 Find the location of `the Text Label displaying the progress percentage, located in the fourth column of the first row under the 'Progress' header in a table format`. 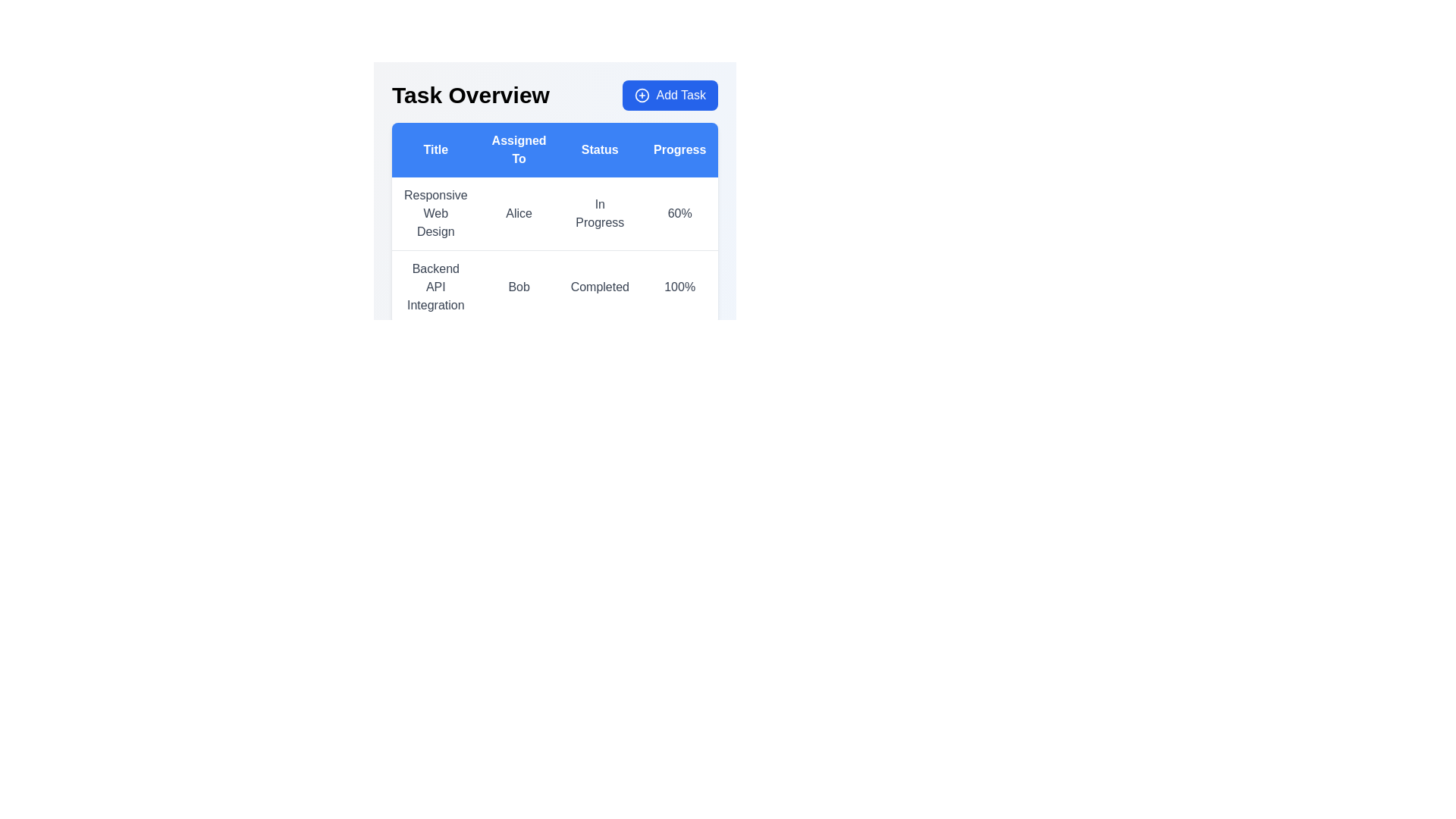

the Text Label displaying the progress percentage, located in the fourth column of the first row under the 'Progress' header in a table format is located at coordinates (679, 214).